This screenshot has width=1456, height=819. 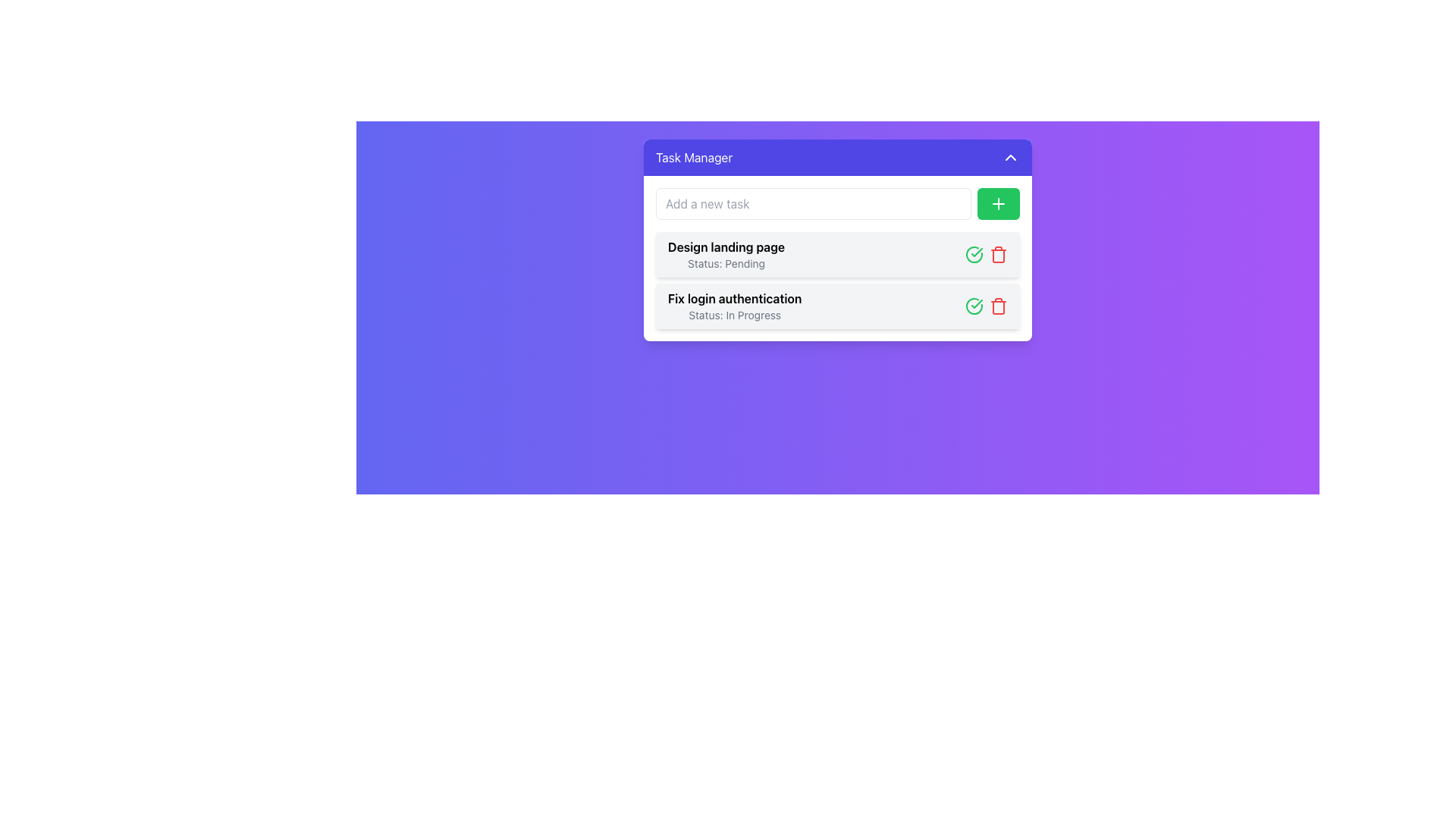 What do you see at coordinates (974, 253) in the screenshot?
I see `the green circular checkmark icon to mark the task as complete, located in the second row next to the text 'Fix login authentication'` at bounding box center [974, 253].